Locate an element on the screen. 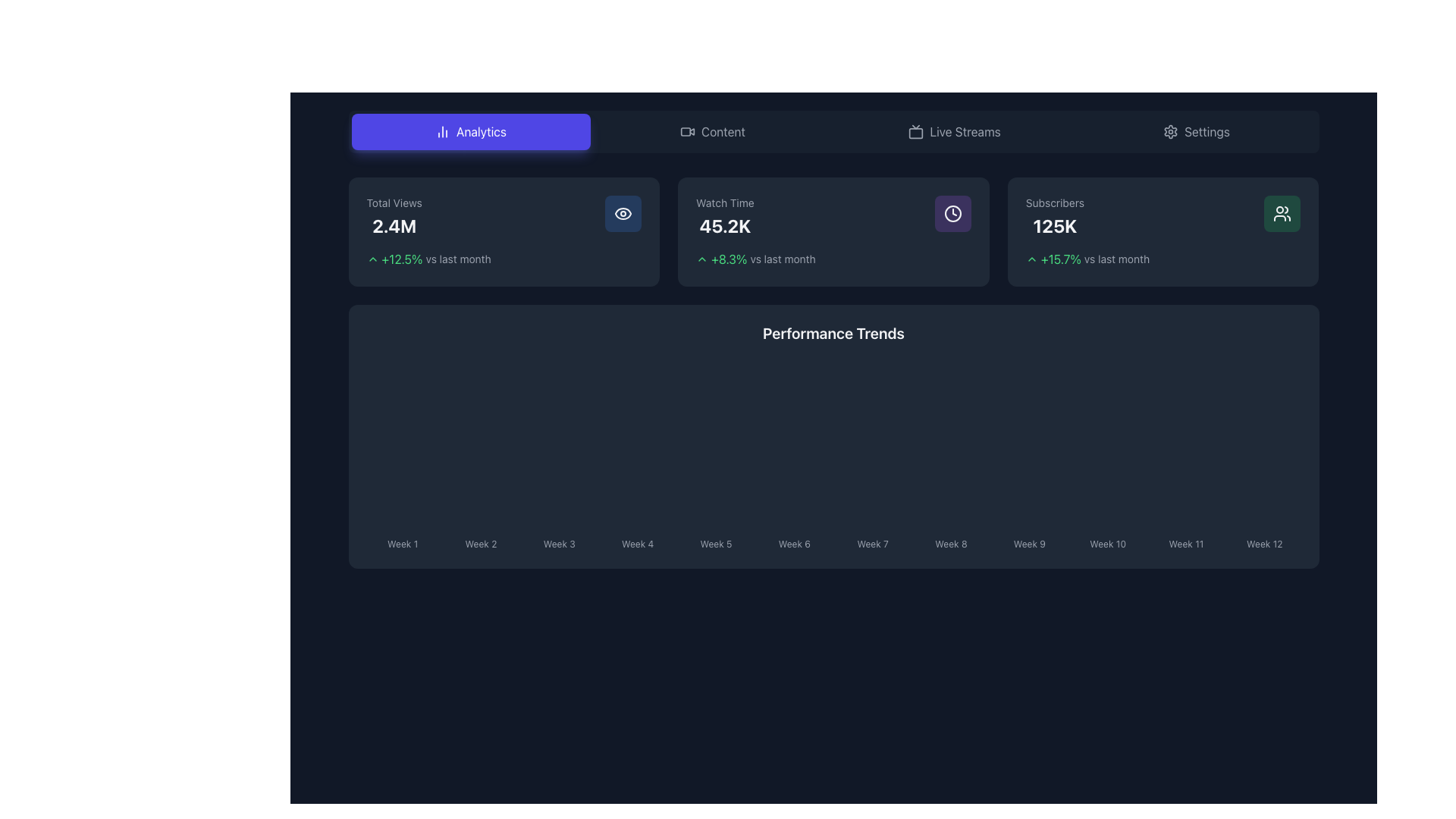 Image resolution: width=1456 pixels, height=819 pixels. the upward-facing chevron icon with a bold outline and light green color located in the 'Watch Time' section, positioned before the text '+8.3%' is located at coordinates (701, 259).